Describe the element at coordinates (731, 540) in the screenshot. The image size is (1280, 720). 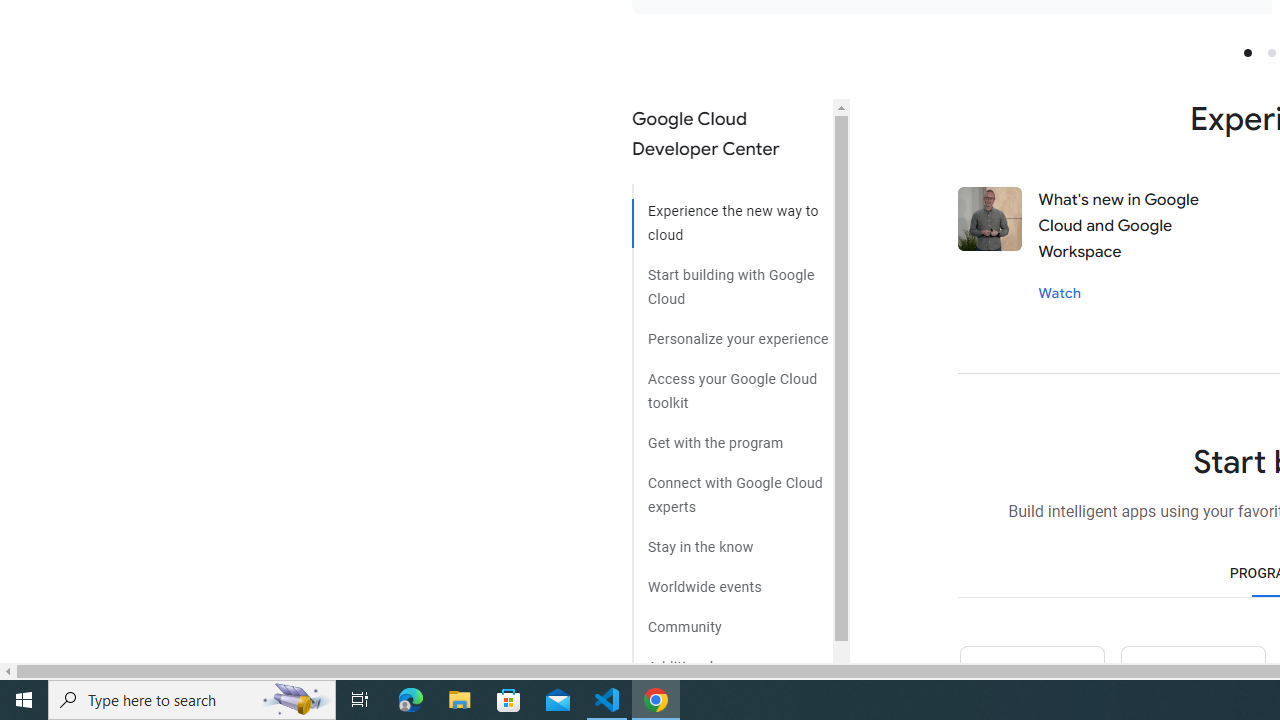
I see `'Stay in the know'` at that location.